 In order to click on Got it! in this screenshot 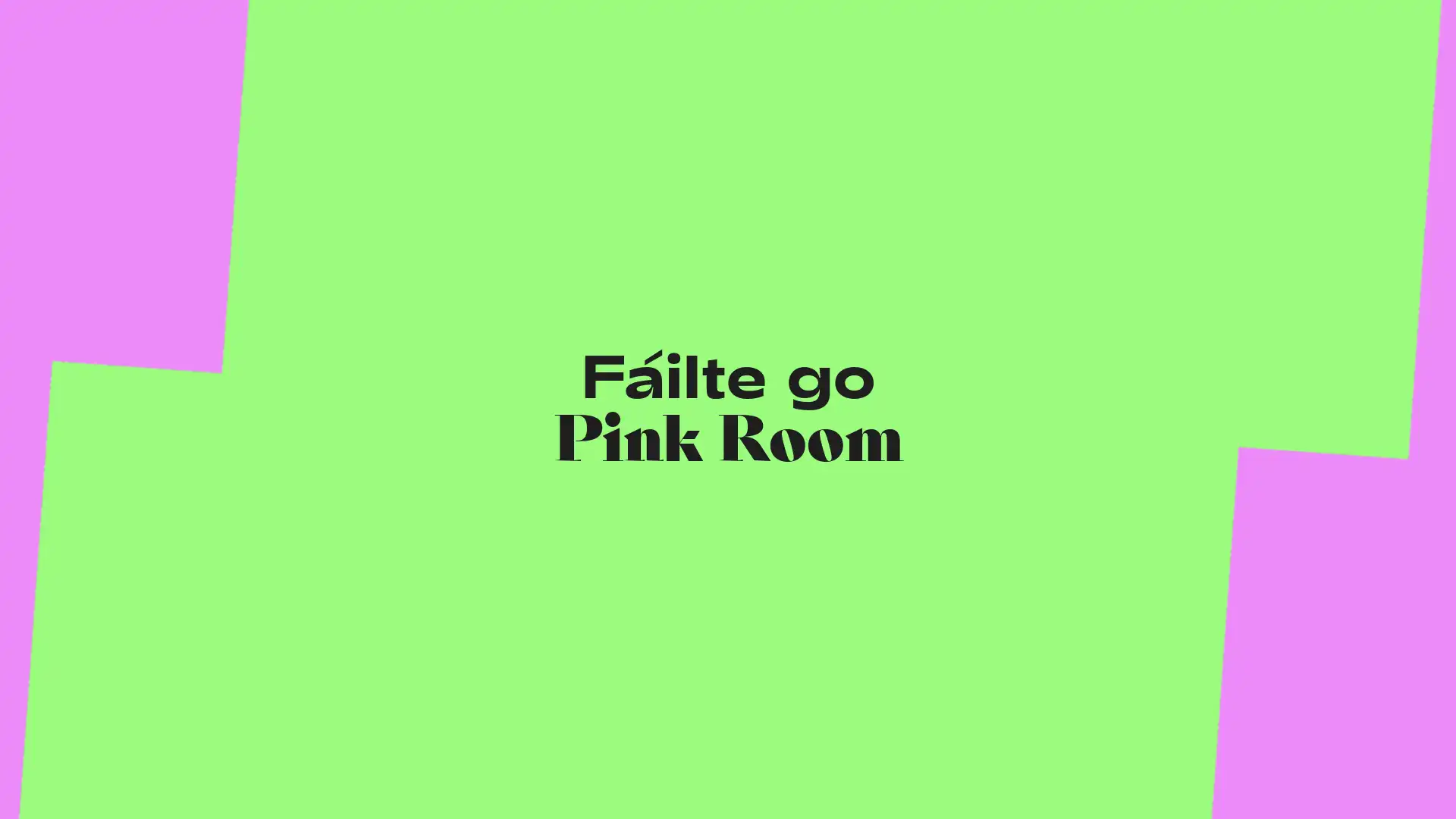, I will do `click(58, 773)`.